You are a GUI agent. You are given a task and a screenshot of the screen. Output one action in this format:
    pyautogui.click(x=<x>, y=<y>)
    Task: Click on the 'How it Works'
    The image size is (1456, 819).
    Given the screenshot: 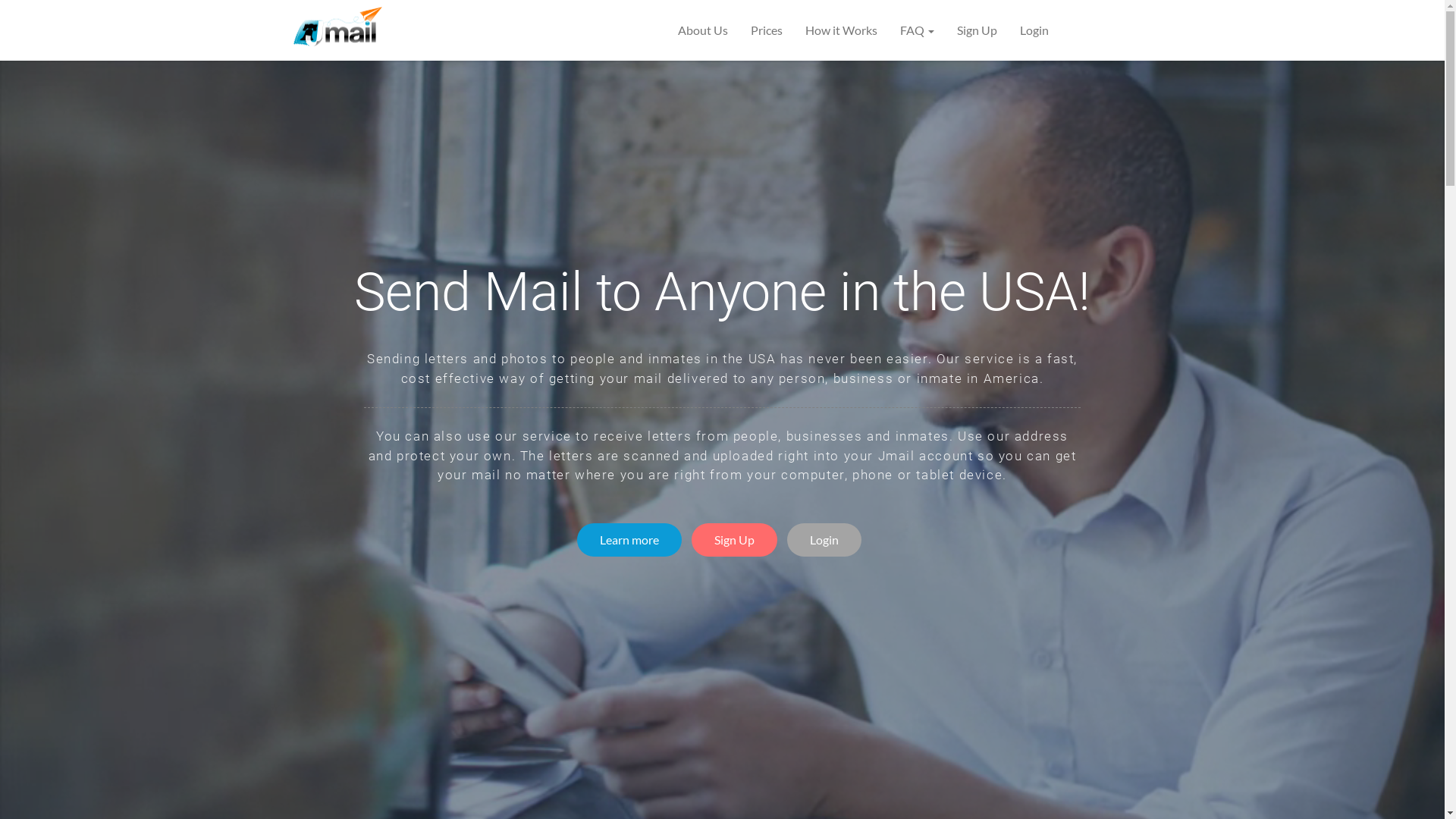 What is the action you would take?
    pyautogui.click(x=839, y=30)
    